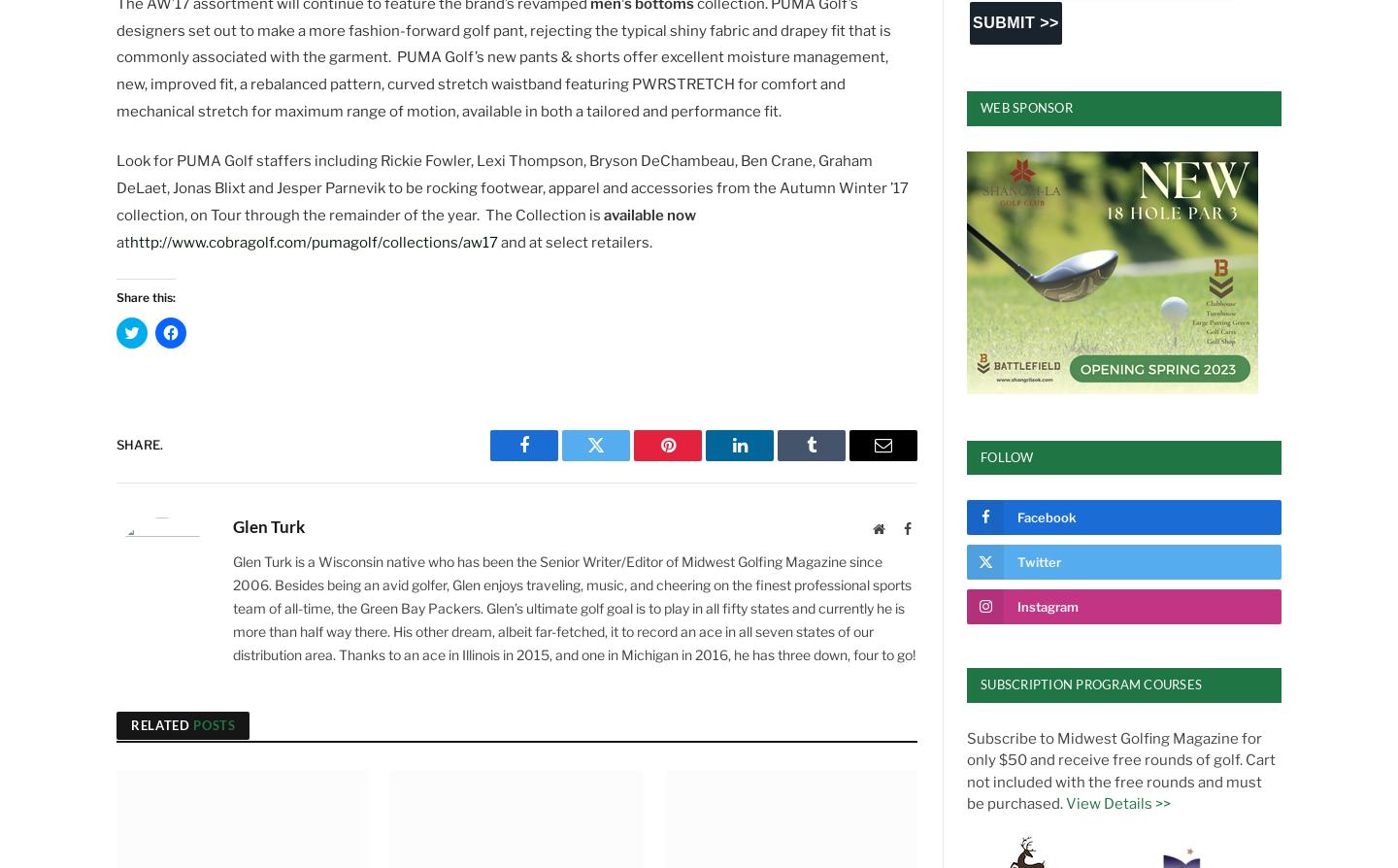 The height and width of the screenshot is (868, 1398). Describe the element at coordinates (145, 296) in the screenshot. I see `'Share this:'` at that location.